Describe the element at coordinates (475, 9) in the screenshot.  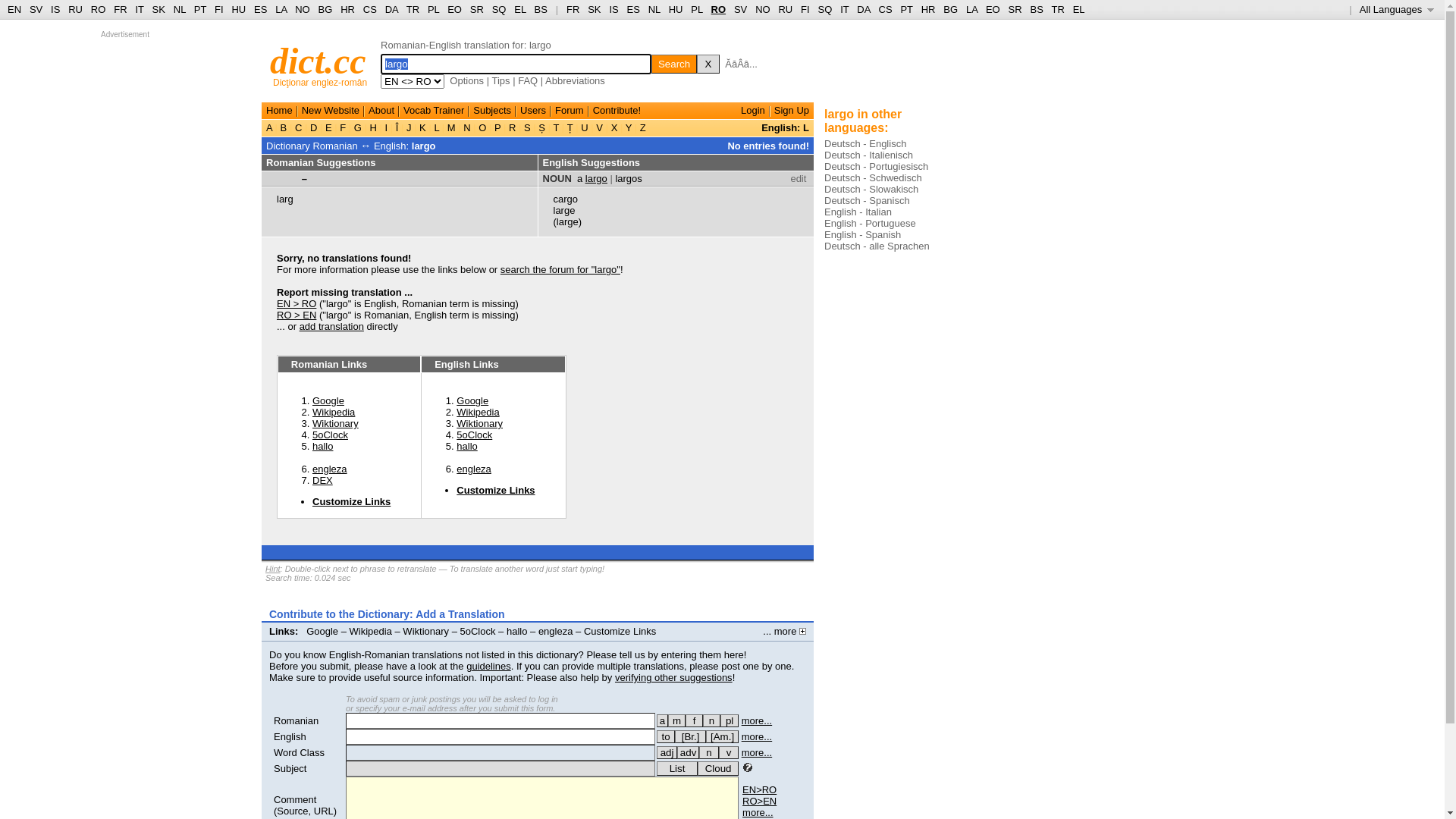
I see `'SR'` at that location.